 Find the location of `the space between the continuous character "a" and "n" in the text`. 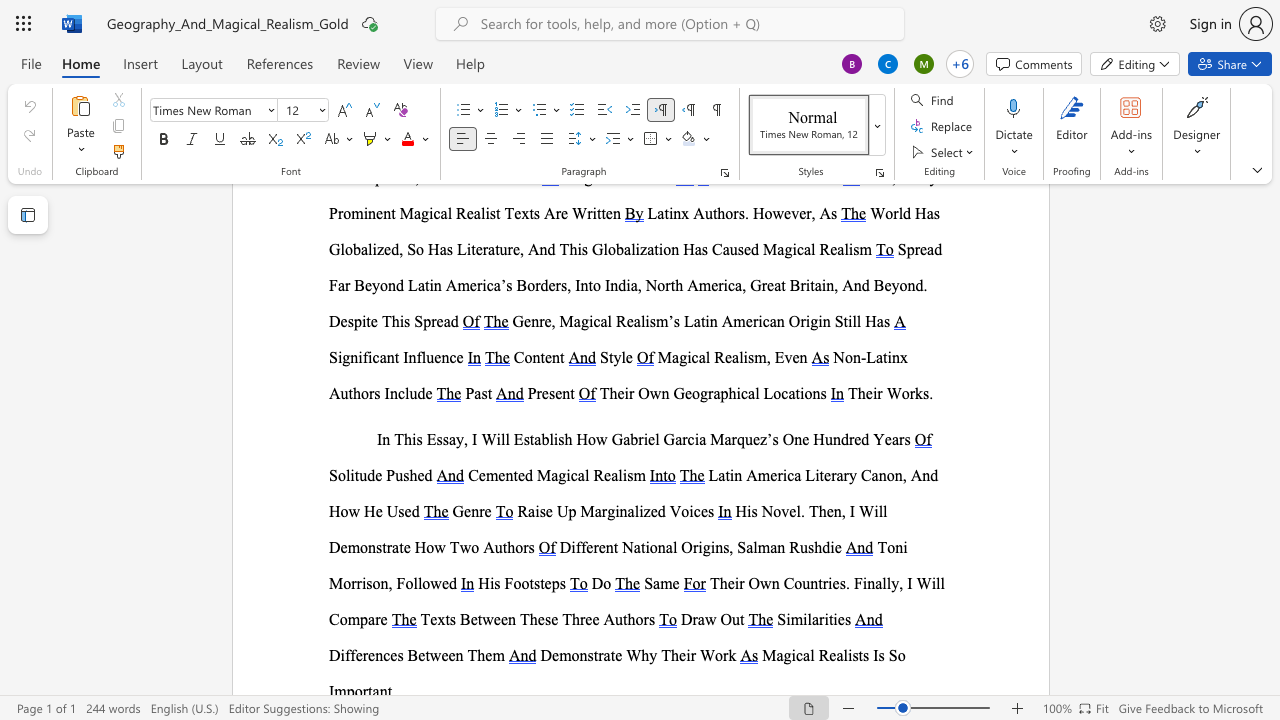

the space between the continuous character "a" and "n" in the text is located at coordinates (878, 475).